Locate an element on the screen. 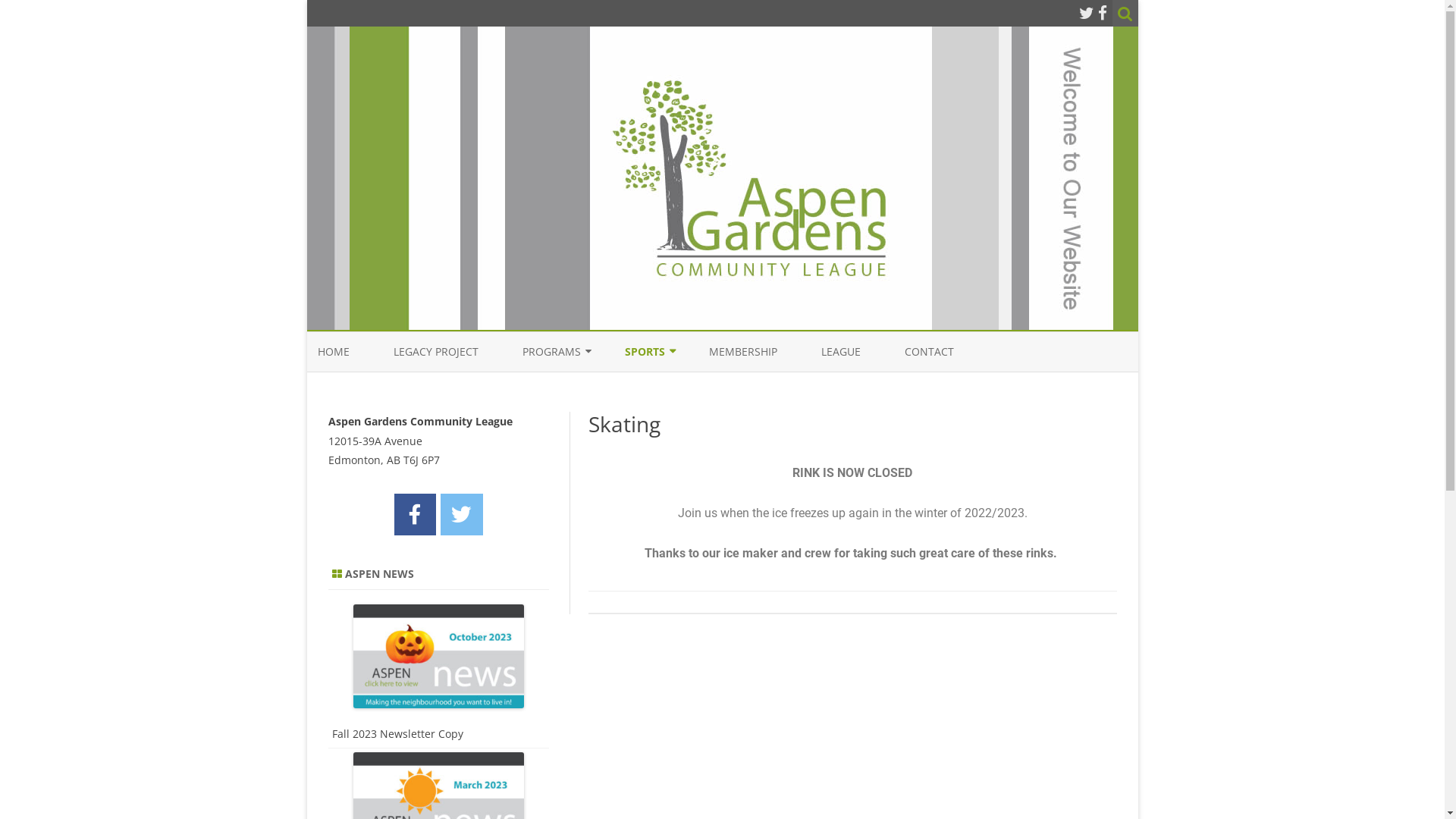 This screenshot has height=819, width=1456. 'Aspen Gardens Community League on Twitter' is located at coordinates (460, 513).